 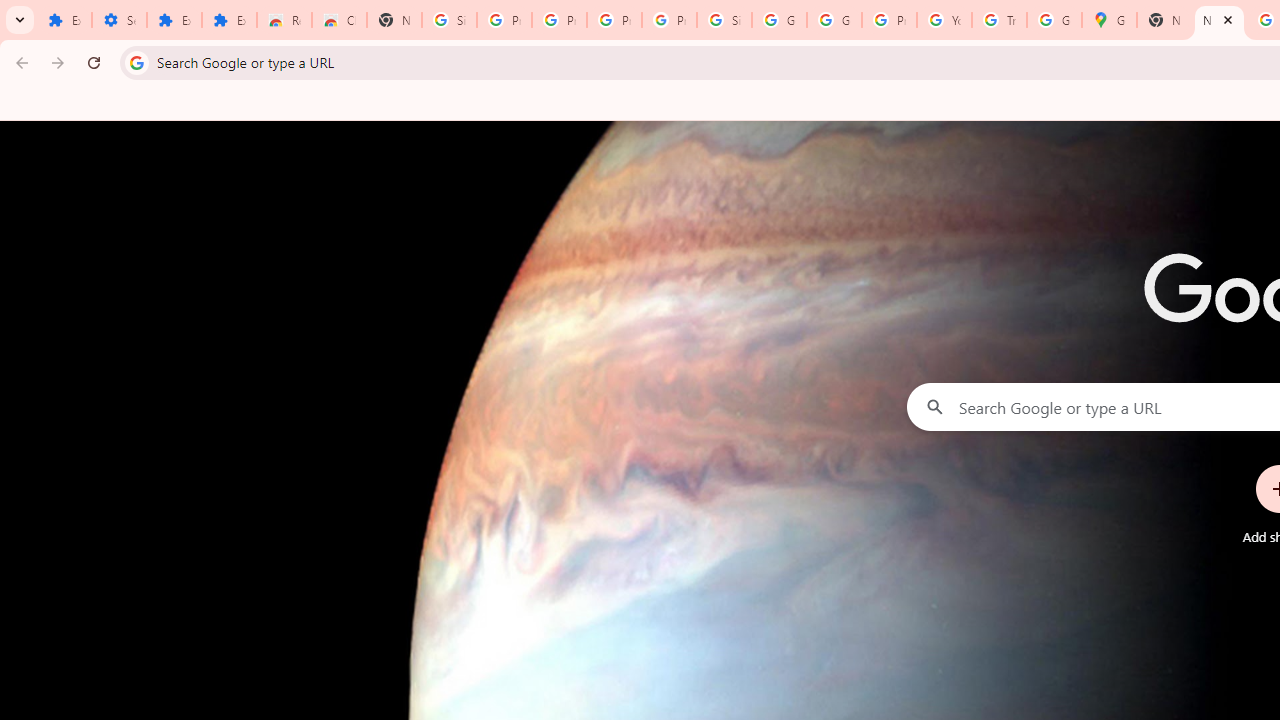 I want to click on 'Chrome Web Store - Themes', so click(x=339, y=20).